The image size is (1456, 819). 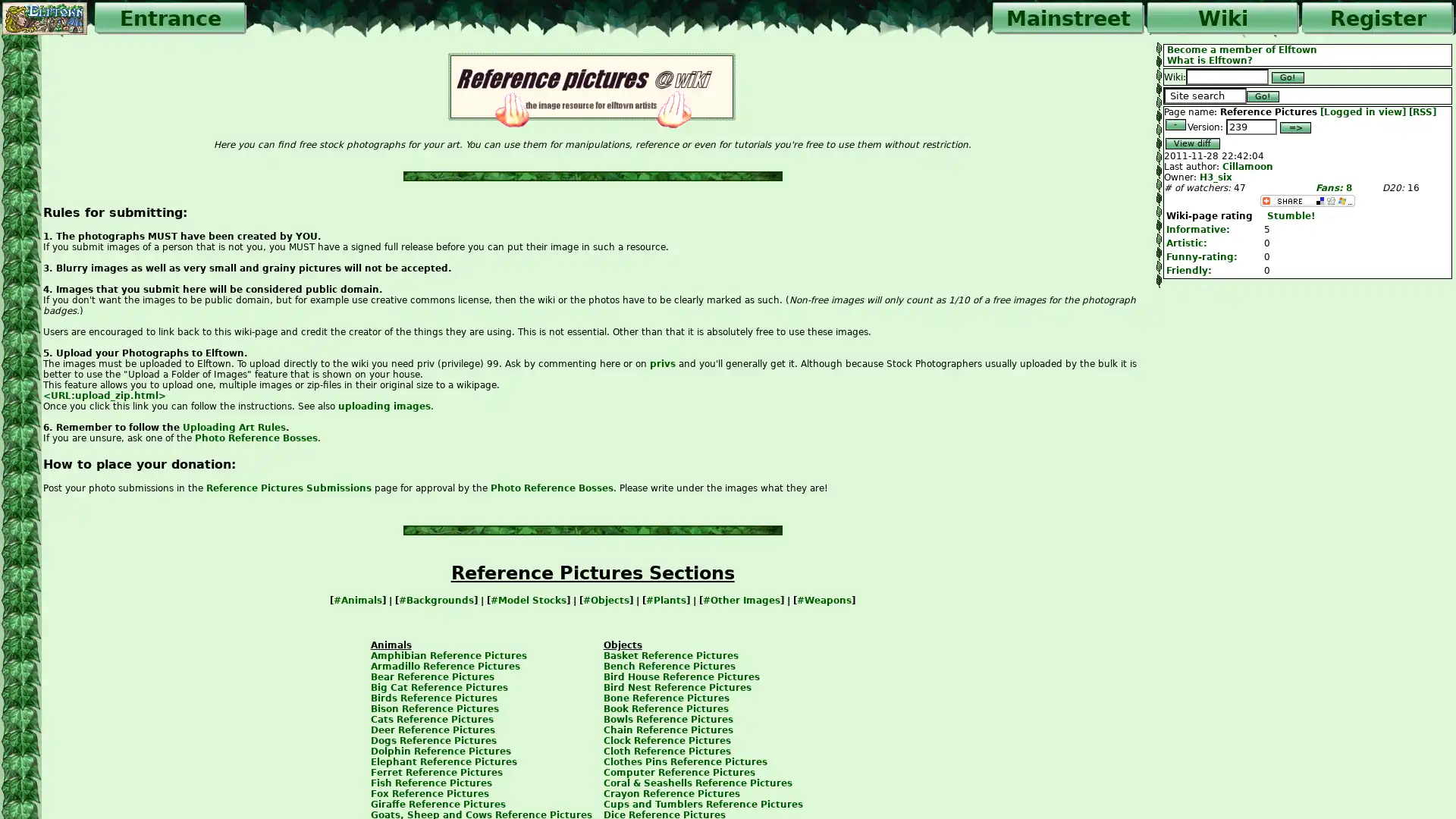 What do you see at coordinates (1287, 77) in the screenshot?
I see `Go!` at bounding box center [1287, 77].